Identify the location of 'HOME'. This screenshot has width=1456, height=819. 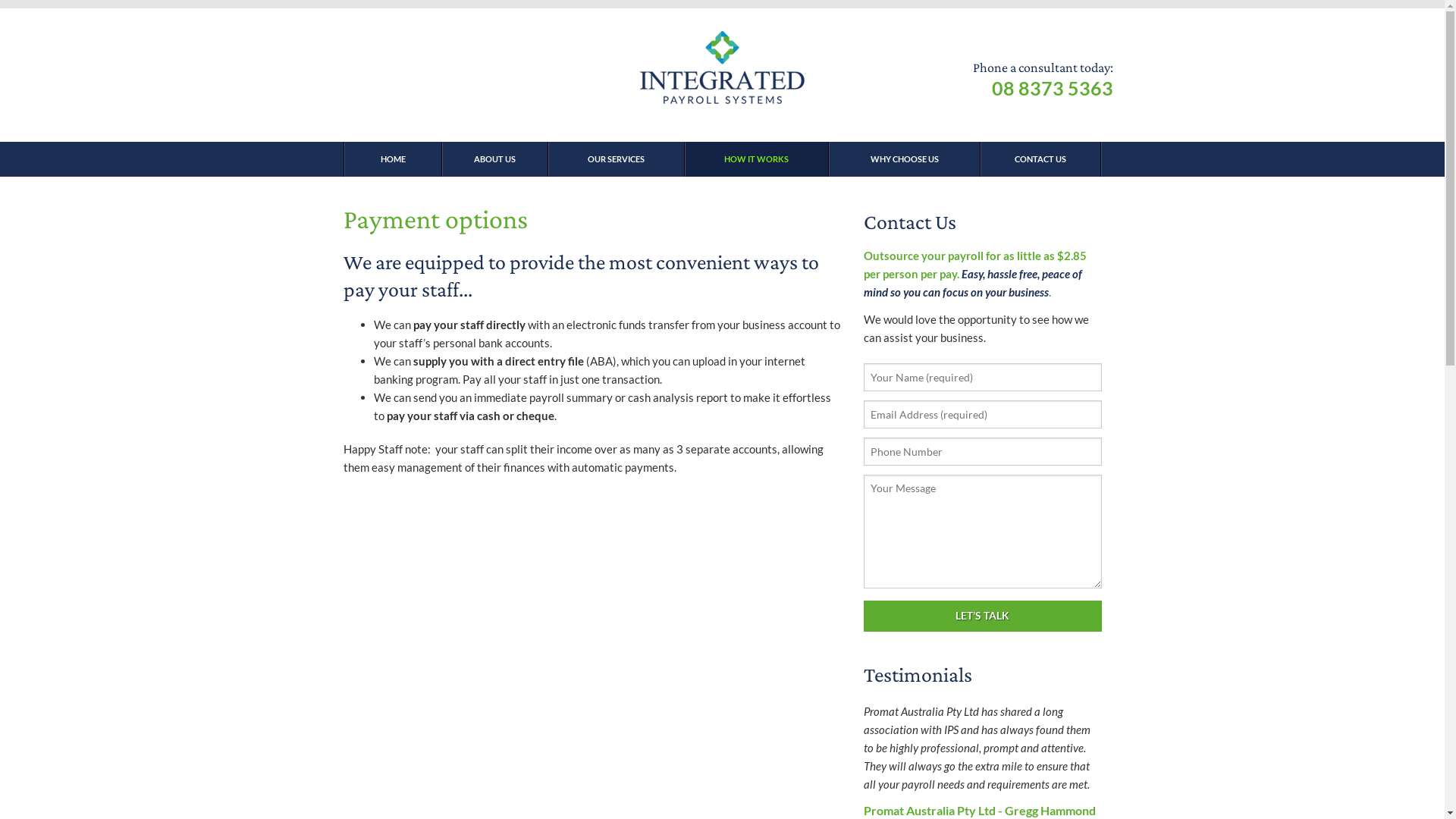
(392, 158).